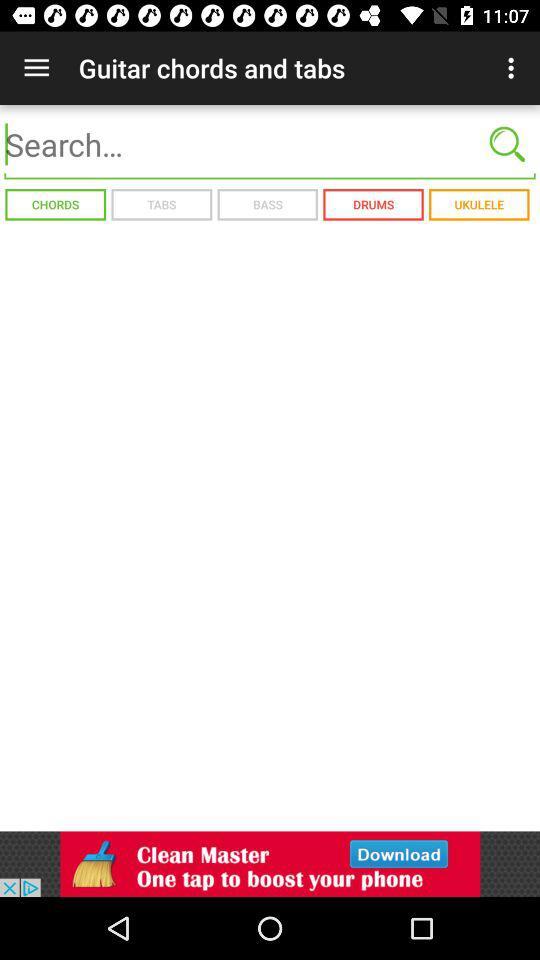 The width and height of the screenshot is (540, 960). What do you see at coordinates (507, 143) in the screenshot?
I see `the search icon` at bounding box center [507, 143].